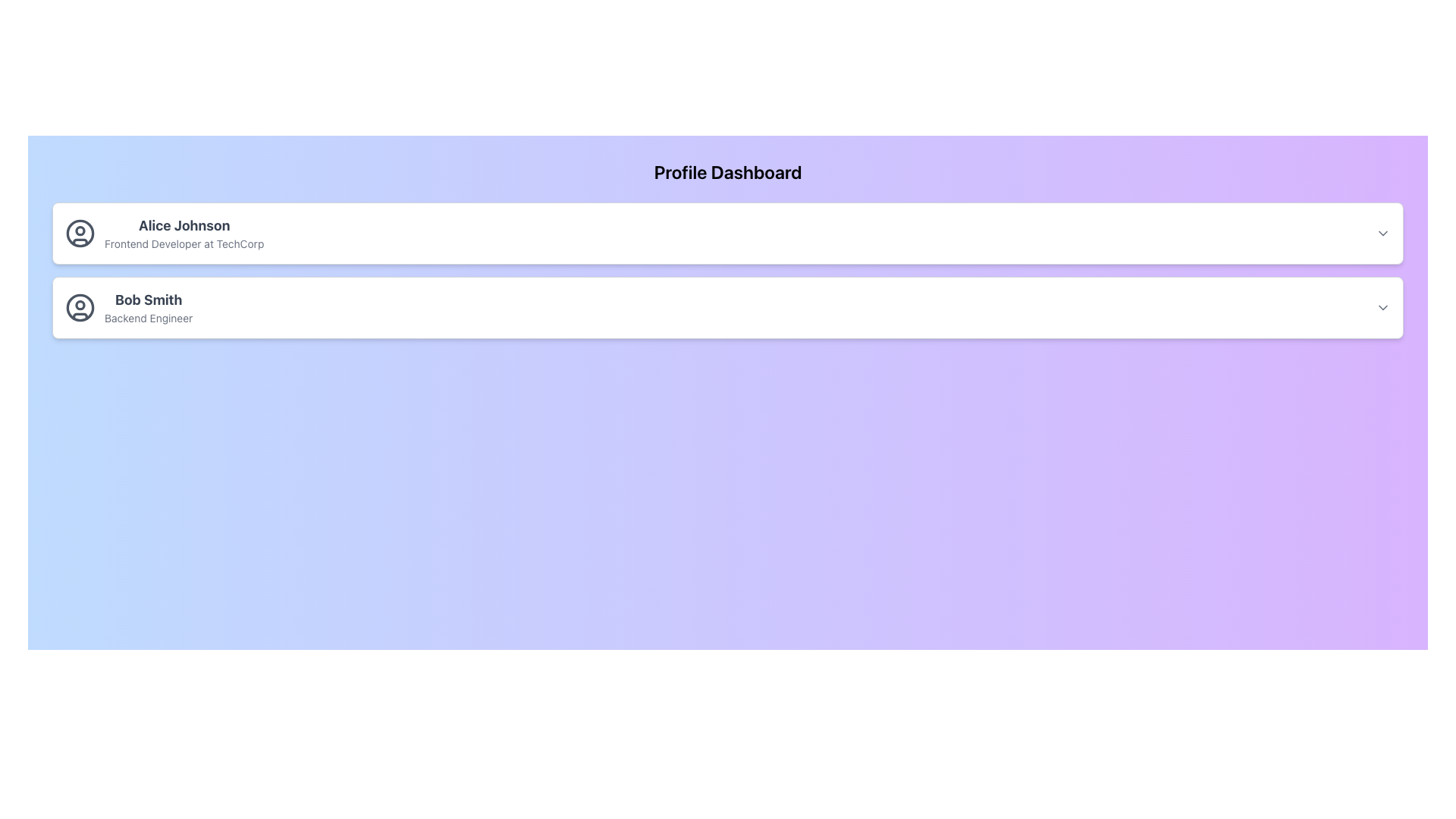  I want to click on the chevron-down icon located in the top-right corner of the card labeled 'Alice Johnson Frontend Developer at TechCorp', so click(1383, 234).